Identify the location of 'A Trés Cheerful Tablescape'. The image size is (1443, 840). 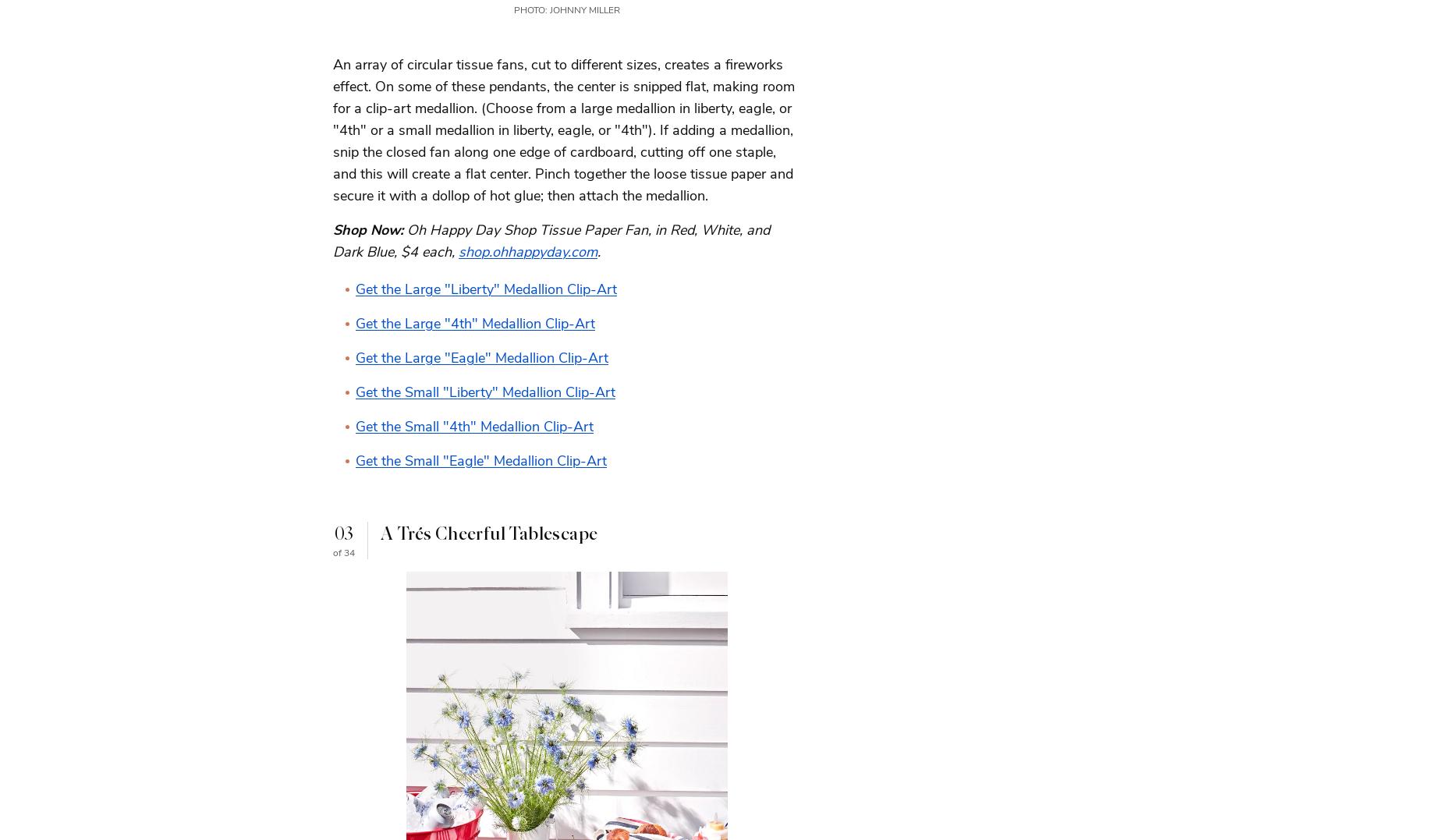
(488, 533).